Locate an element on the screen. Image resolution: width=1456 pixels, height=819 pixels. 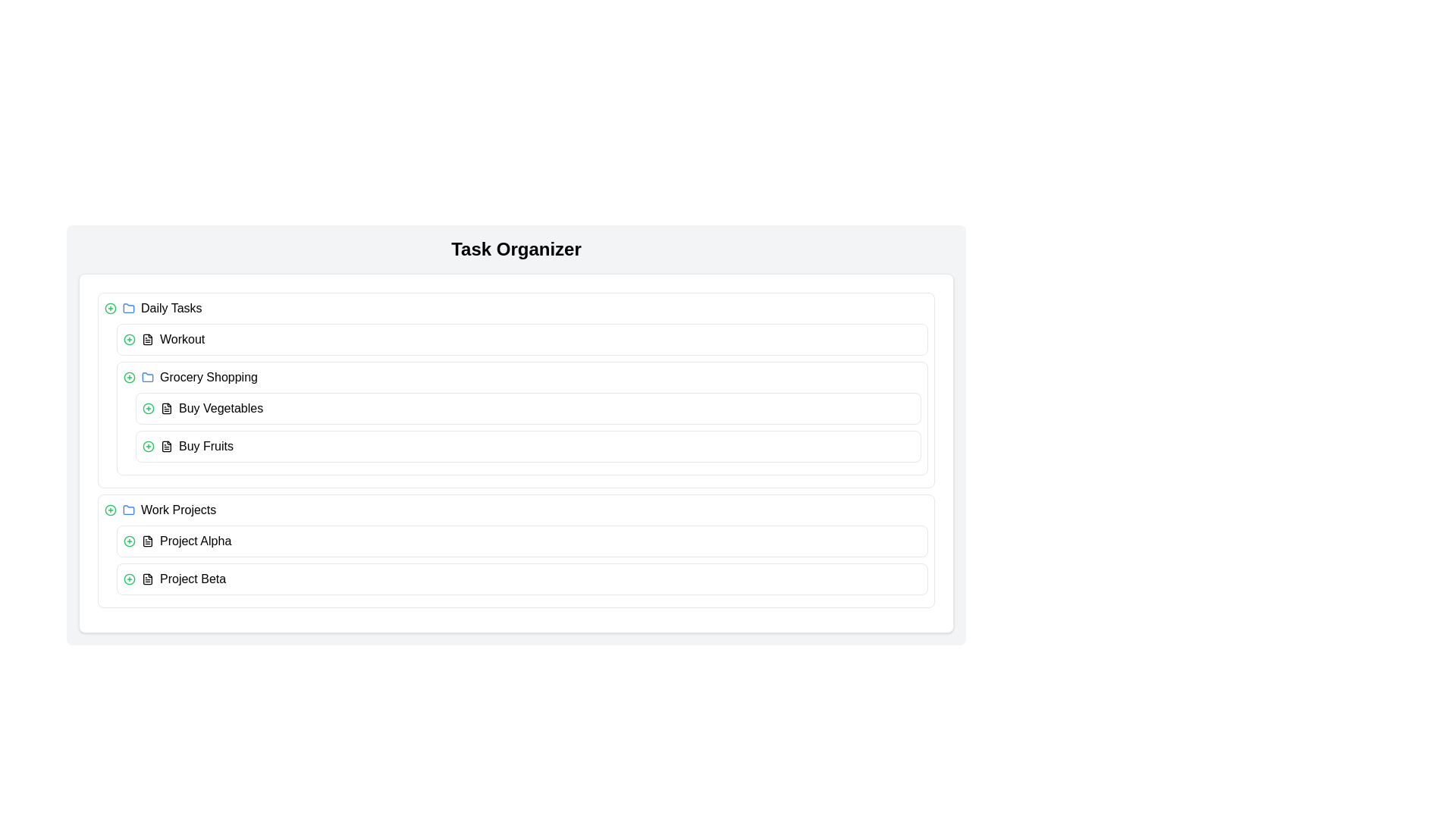
the button for adding a new item under the 'Buy Vegetables' section, which is located to the left of the 'Buy Vegetables' text in the 'Grocery Shopping' section is located at coordinates (149, 408).